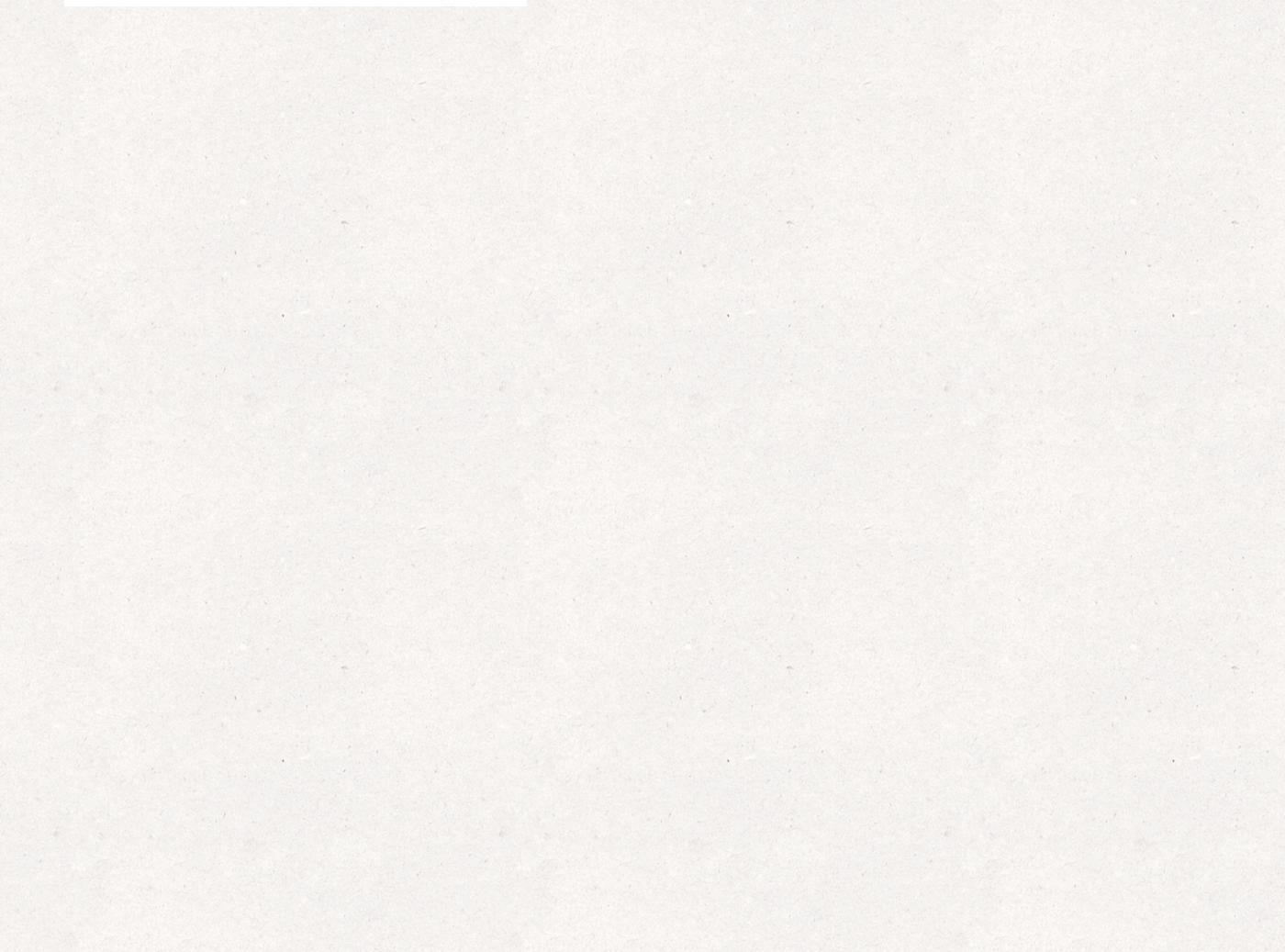 This screenshot has height=952, width=1285. I want to click on 'Tāhunanui Beach – One Of The Best!', so click(989, 693).